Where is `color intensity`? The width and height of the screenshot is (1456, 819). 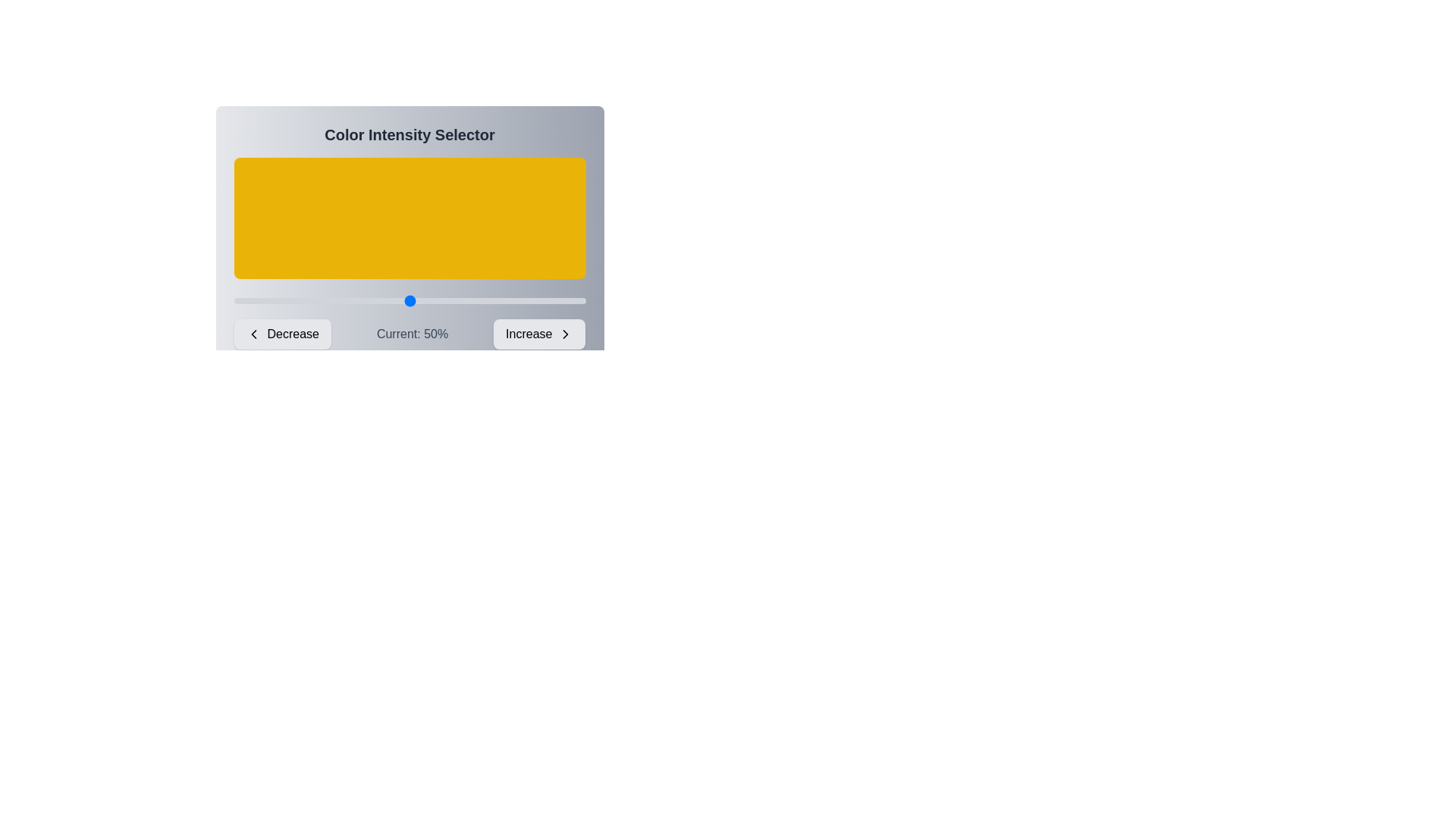
color intensity is located at coordinates (403, 301).